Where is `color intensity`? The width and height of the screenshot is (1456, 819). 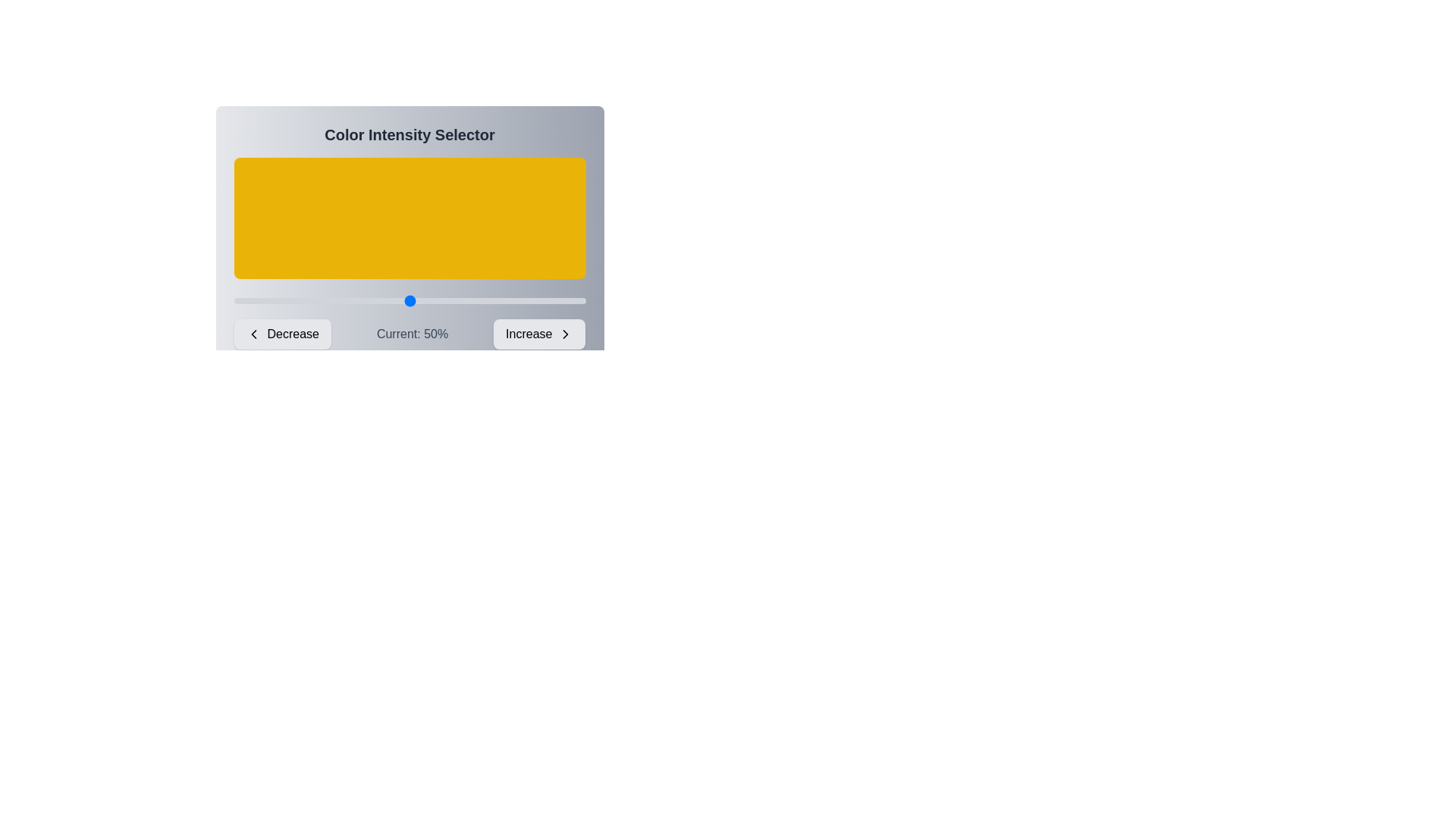
color intensity is located at coordinates (403, 301).